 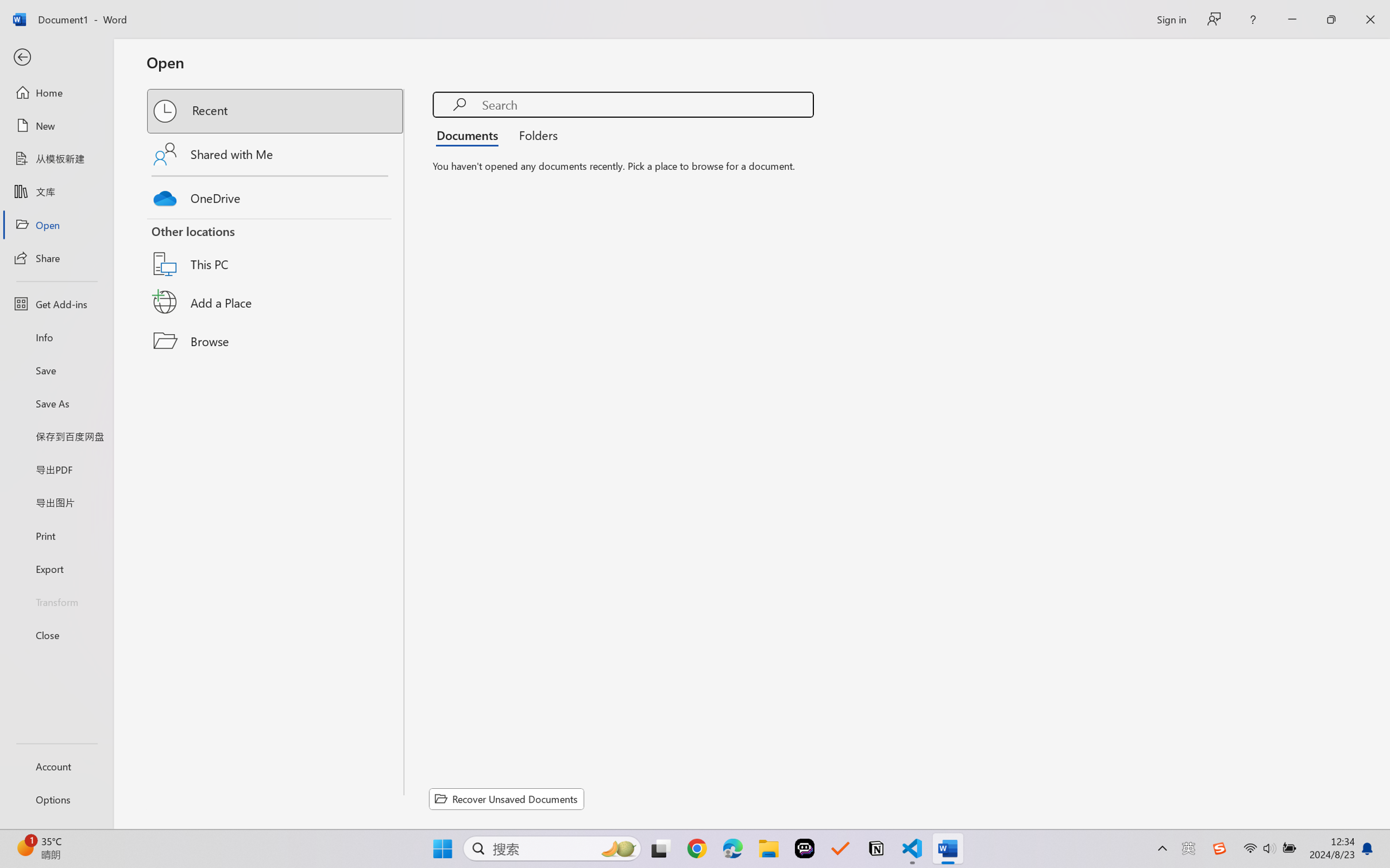 I want to click on 'Folders', so click(x=535, y=134).